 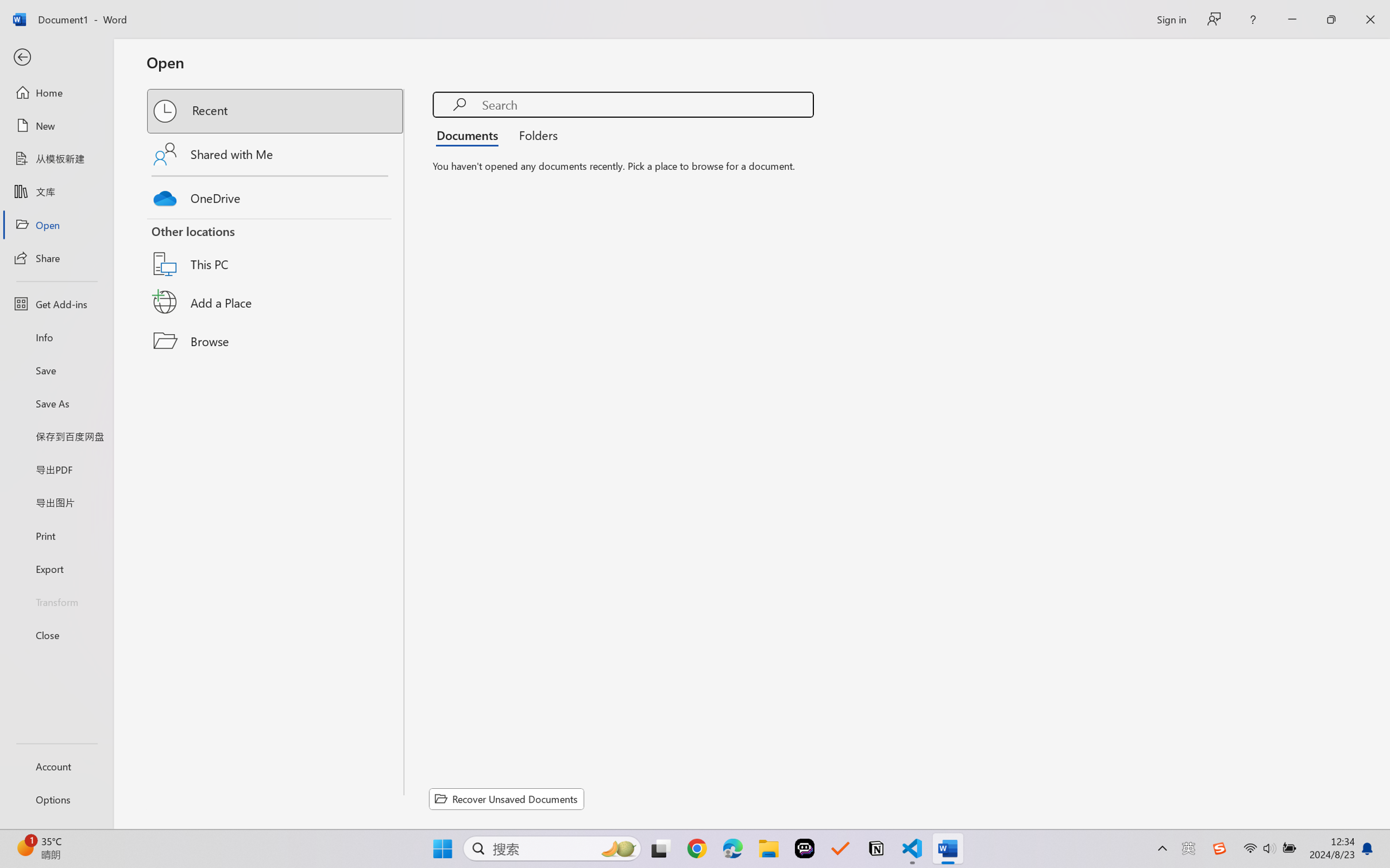 I want to click on 'Folders', so click(x=535, y=134).